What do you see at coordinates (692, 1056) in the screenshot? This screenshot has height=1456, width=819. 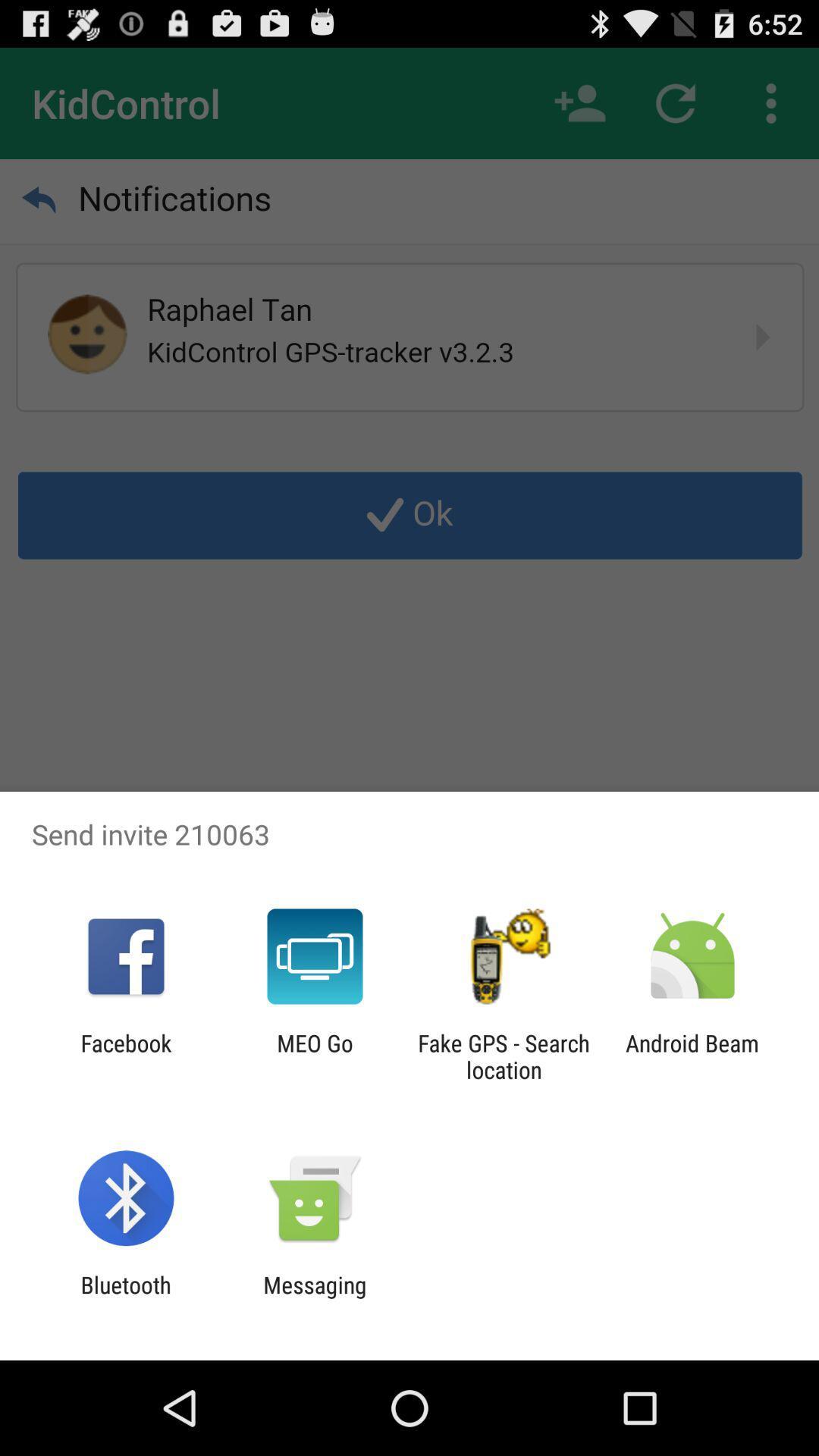 I see `icon to the right of fake gps search item` at bounding box center [692, 1056].